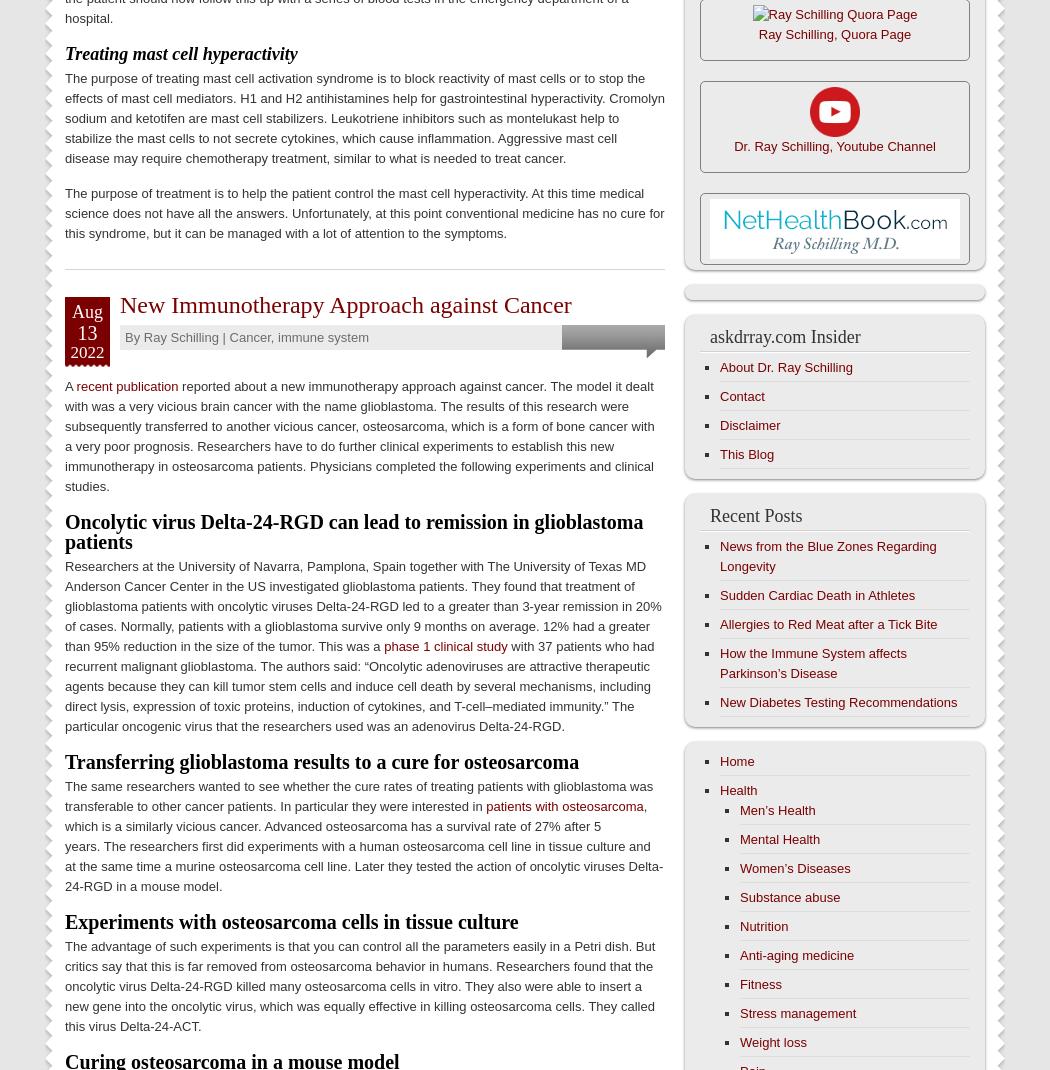 Image resolution: width=1050 pixels, height=1070 pixels. What do you see at coordinates (180, 336) in the screenshot?
I see `'Ray Schilling'` at bounding box center [180, 336].